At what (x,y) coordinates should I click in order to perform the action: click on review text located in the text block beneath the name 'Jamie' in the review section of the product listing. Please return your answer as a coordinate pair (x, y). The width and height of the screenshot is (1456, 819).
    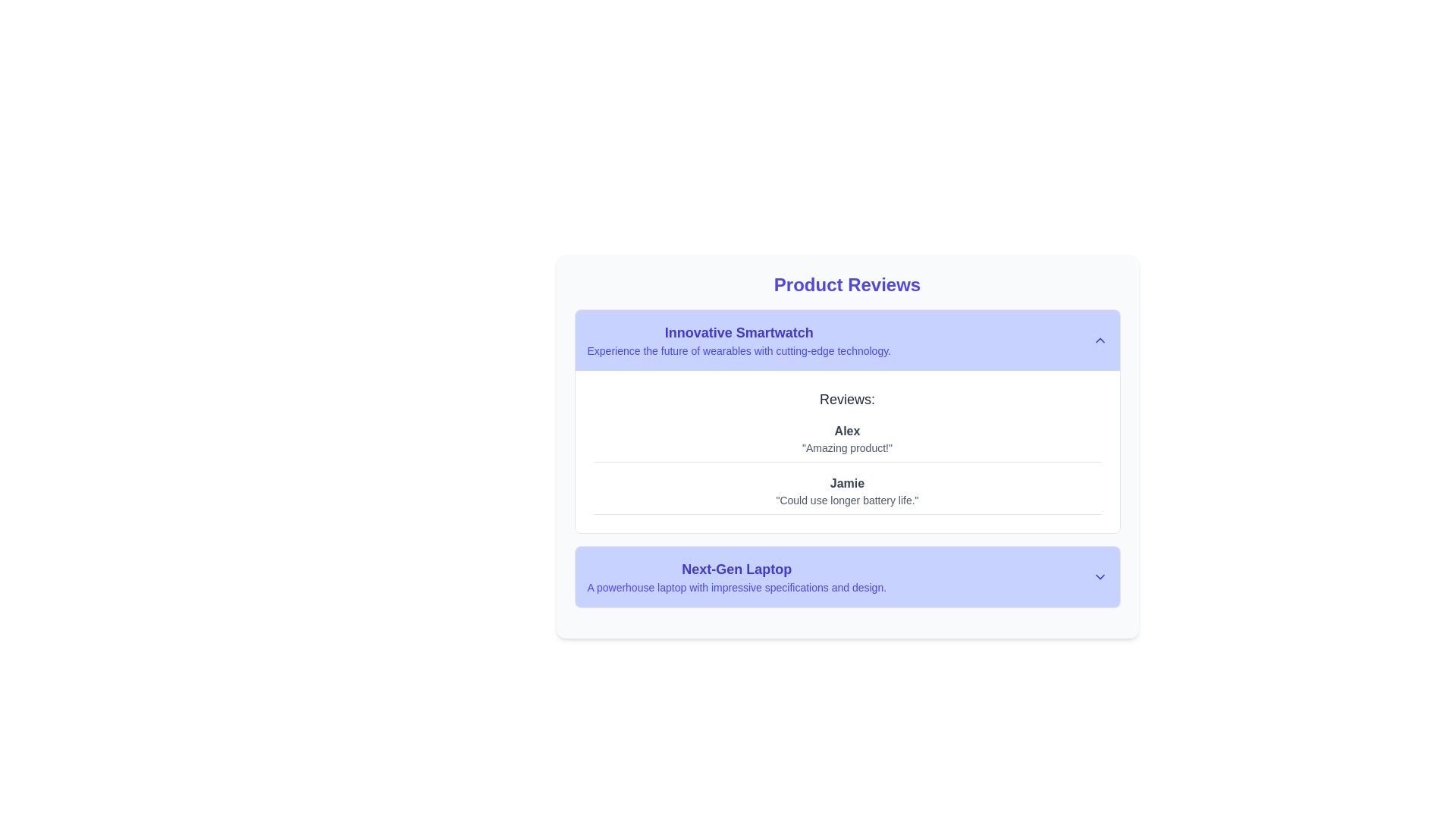
    Looking at the image, I should click on (846, 500).